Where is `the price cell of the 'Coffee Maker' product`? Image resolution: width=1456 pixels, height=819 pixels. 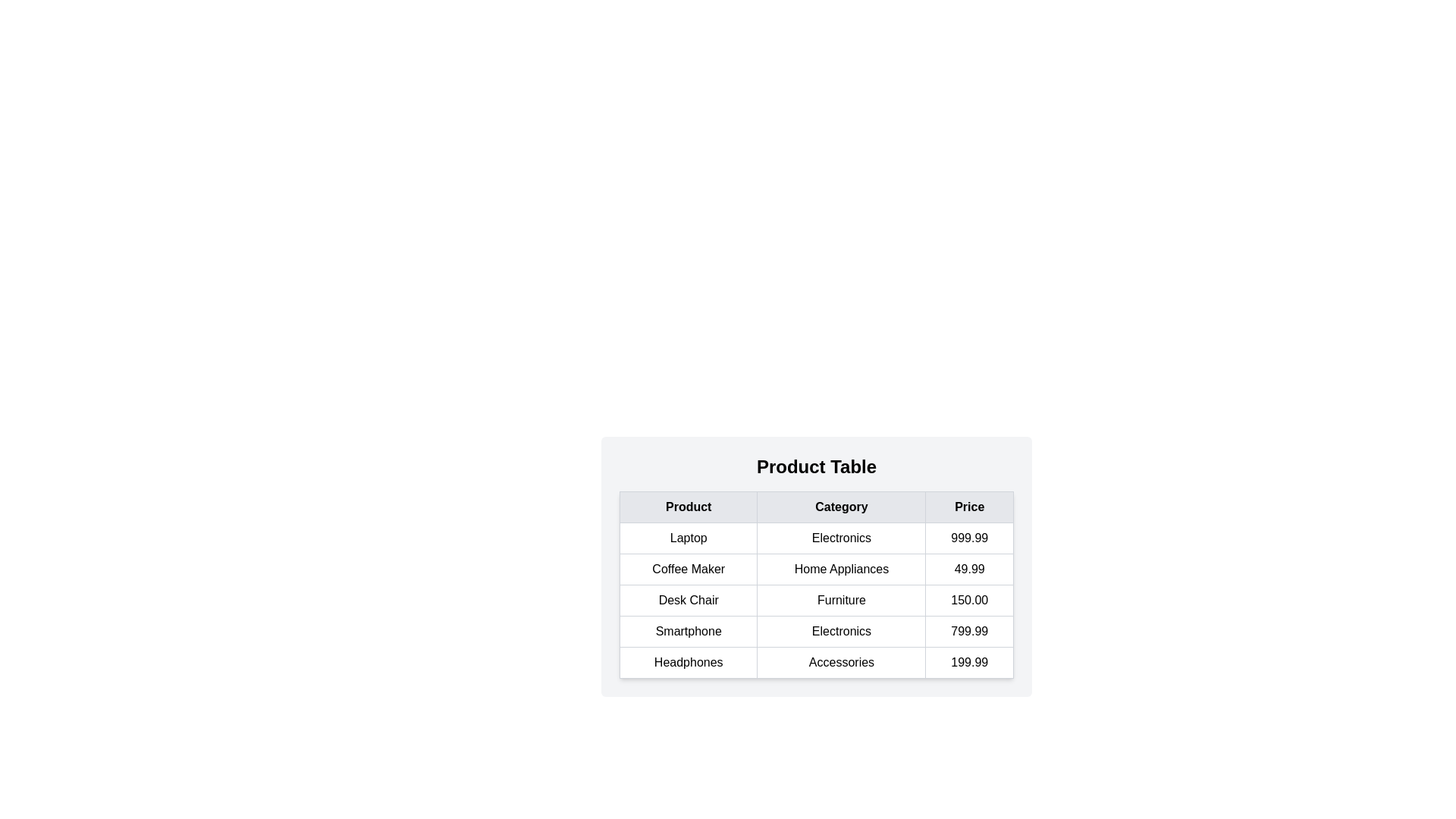
the price cell of the 'Coffee Maker' product is located at coordinates (968, 570).